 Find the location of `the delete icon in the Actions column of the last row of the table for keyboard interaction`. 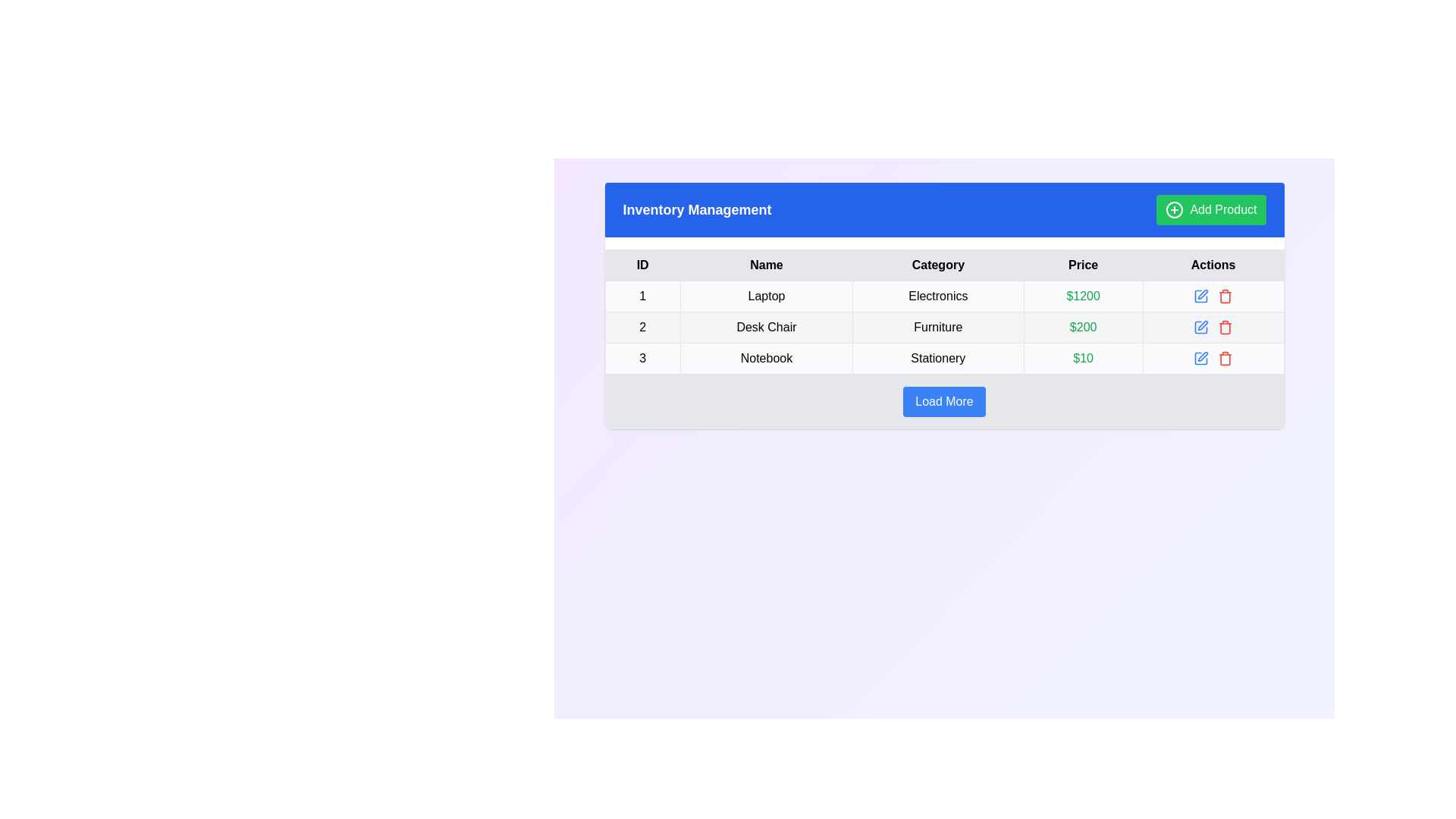

the delete icon in the Actions column of the last row of the table for keyboard interaction is located at coordinates (1225, 297).